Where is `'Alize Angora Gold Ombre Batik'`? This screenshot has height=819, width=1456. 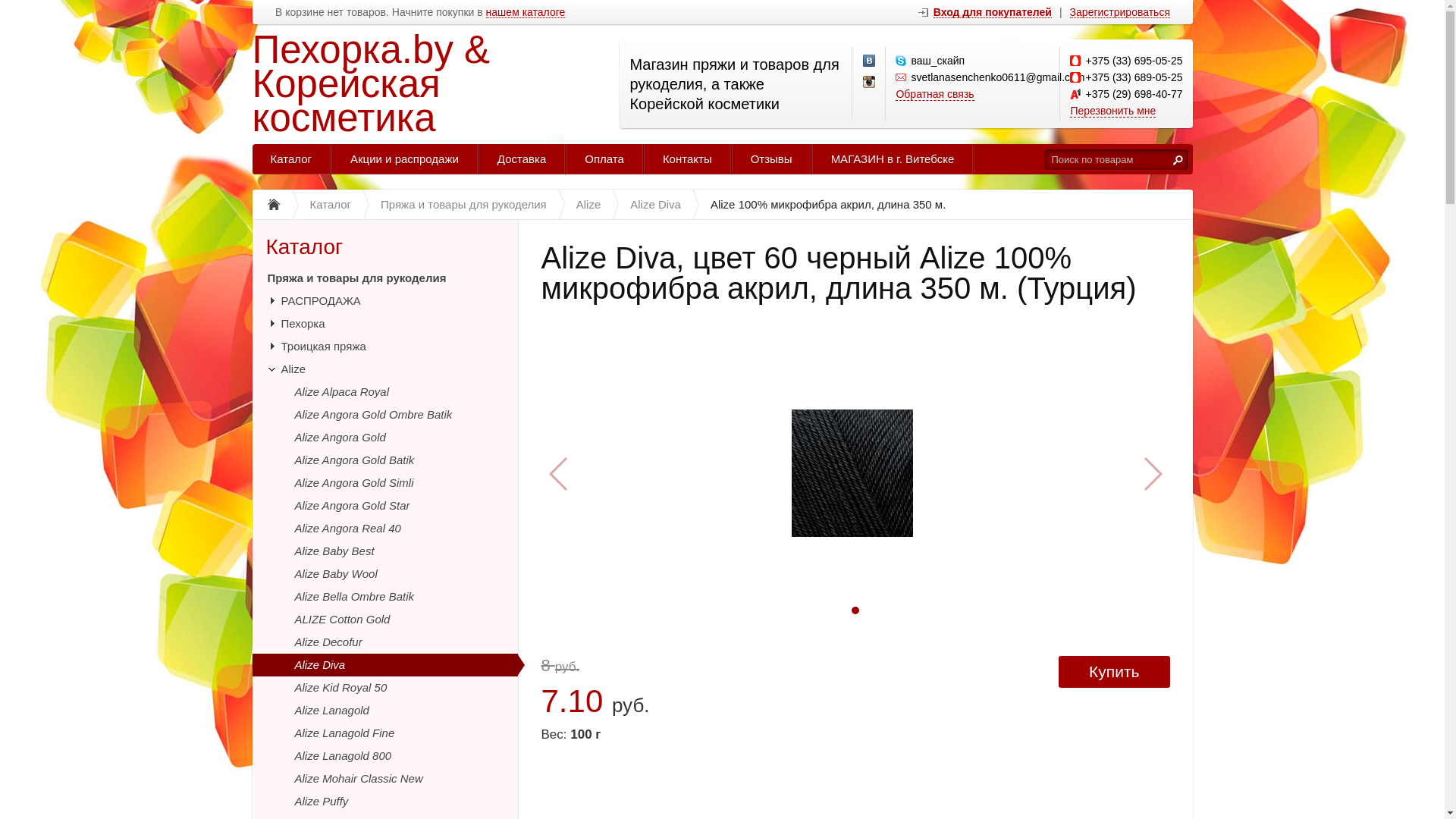
'Alize Angora Gold Ombre Batik' is located at coordinates (384, 415).